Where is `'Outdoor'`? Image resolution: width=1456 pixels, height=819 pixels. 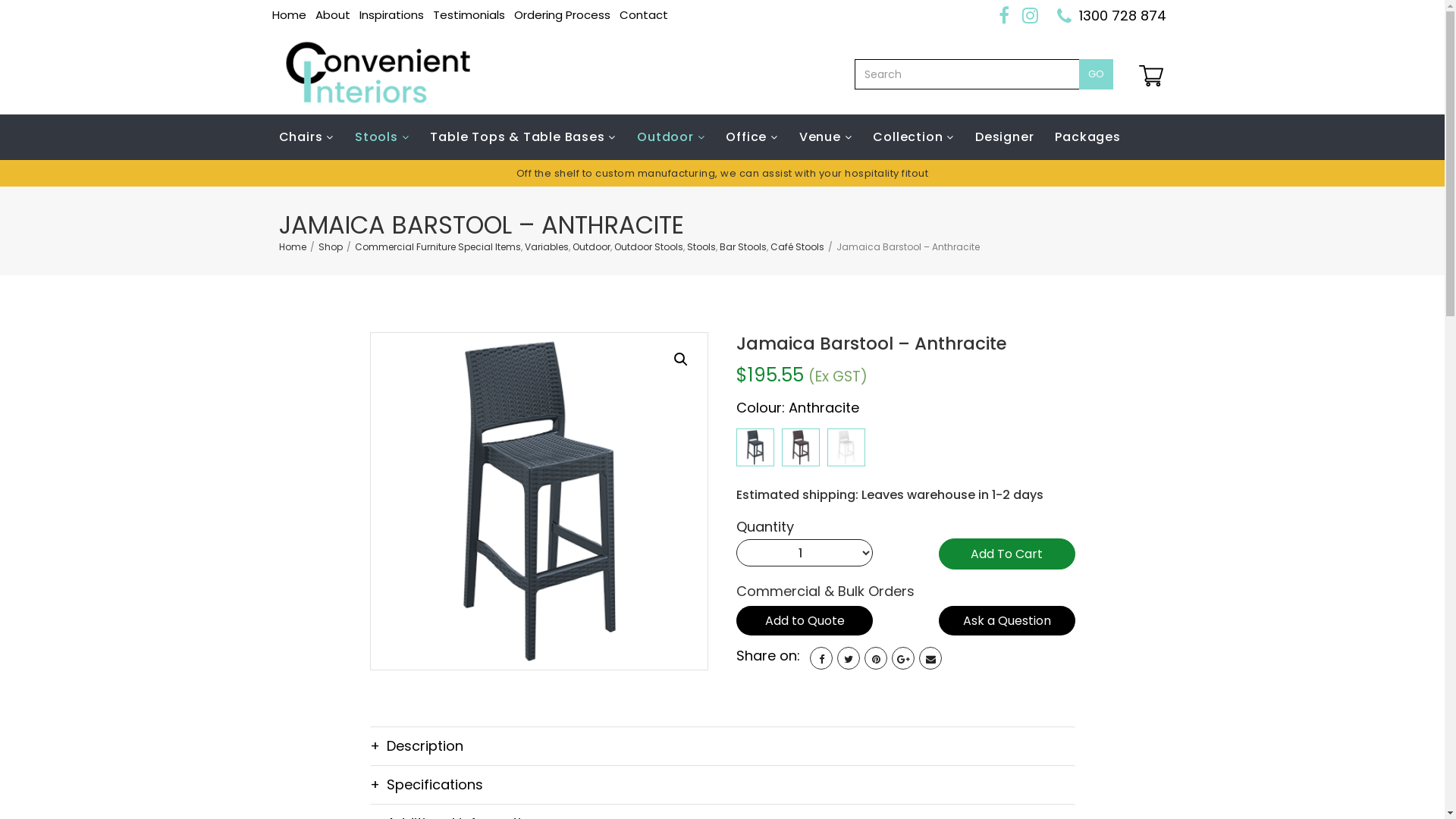
'Outdoor' is located at coordinates (670, 137).